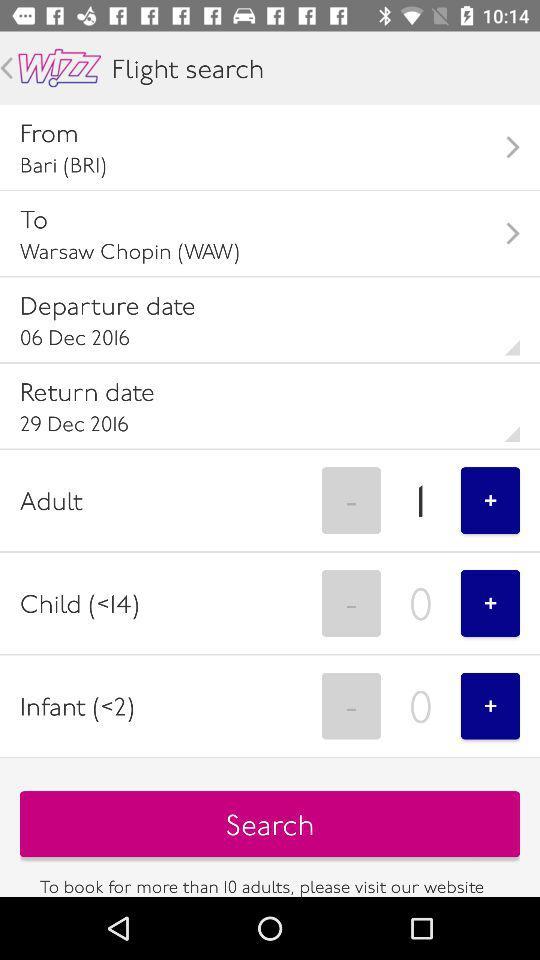  What do you see at coordinates (350, 499) in the screenshot?
I see `the item to the left of the 1 icon` at bounding box center [350, 499].